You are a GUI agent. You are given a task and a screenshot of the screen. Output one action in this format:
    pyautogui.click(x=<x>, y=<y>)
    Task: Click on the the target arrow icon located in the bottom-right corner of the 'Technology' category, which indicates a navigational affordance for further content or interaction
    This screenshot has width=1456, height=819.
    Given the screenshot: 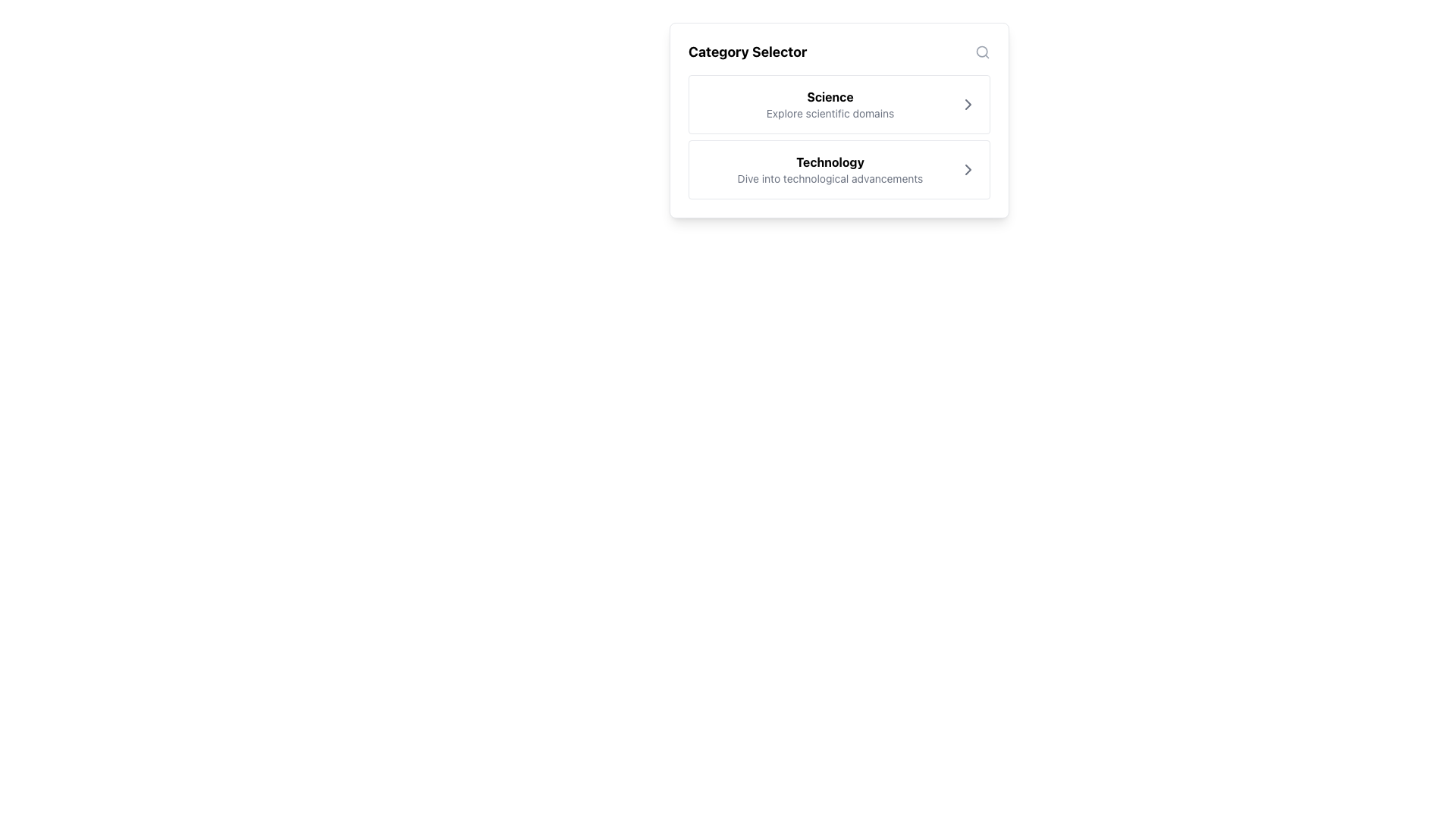 What is the action you would take?
    pyautogui.click(x=967, y=169)
    